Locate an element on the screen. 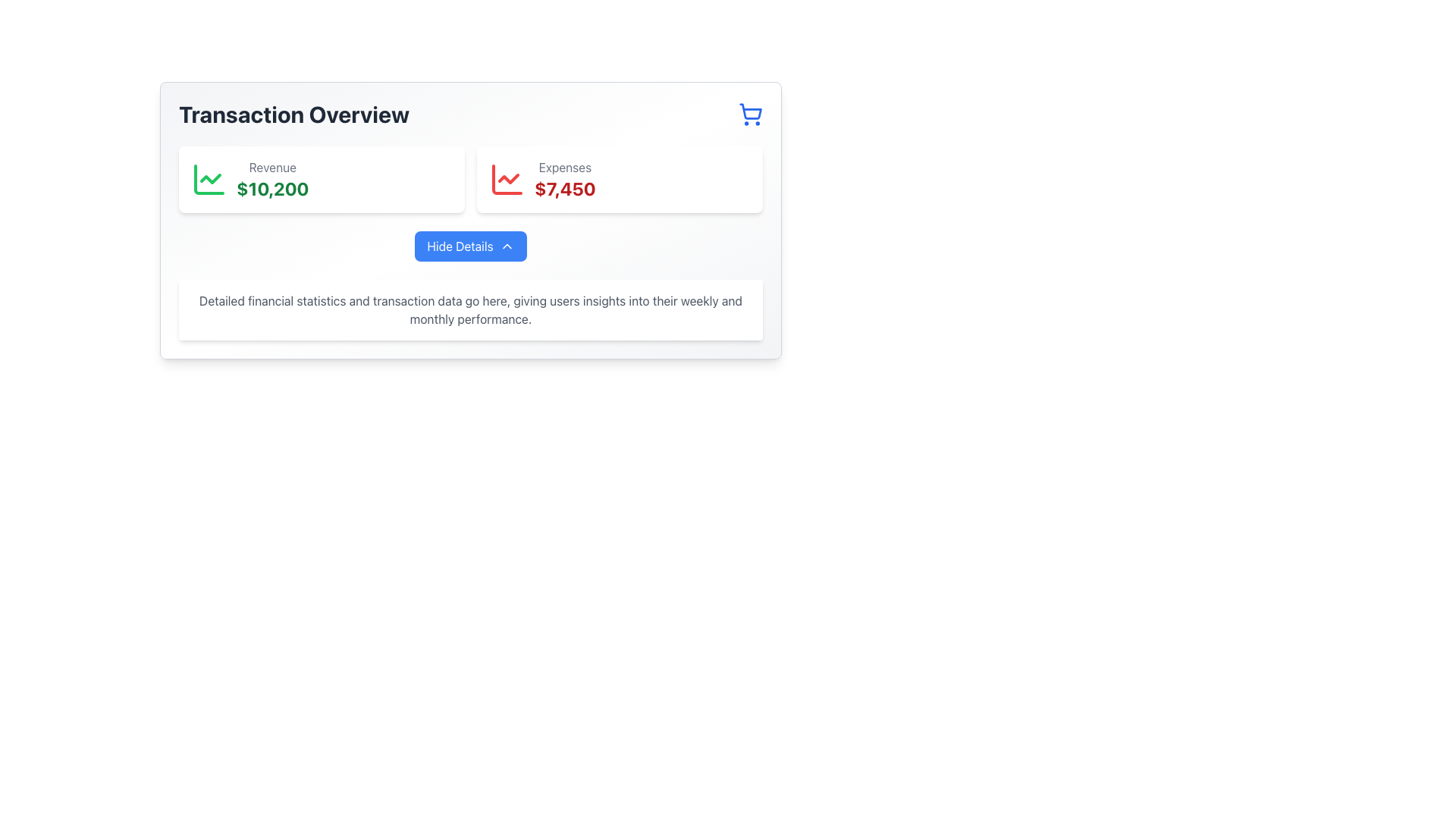  the line chart icon located to the left of the 'Revenue $10,200' card in the dashboard overview, indicating positive growth is located at coordinates (208, 178).